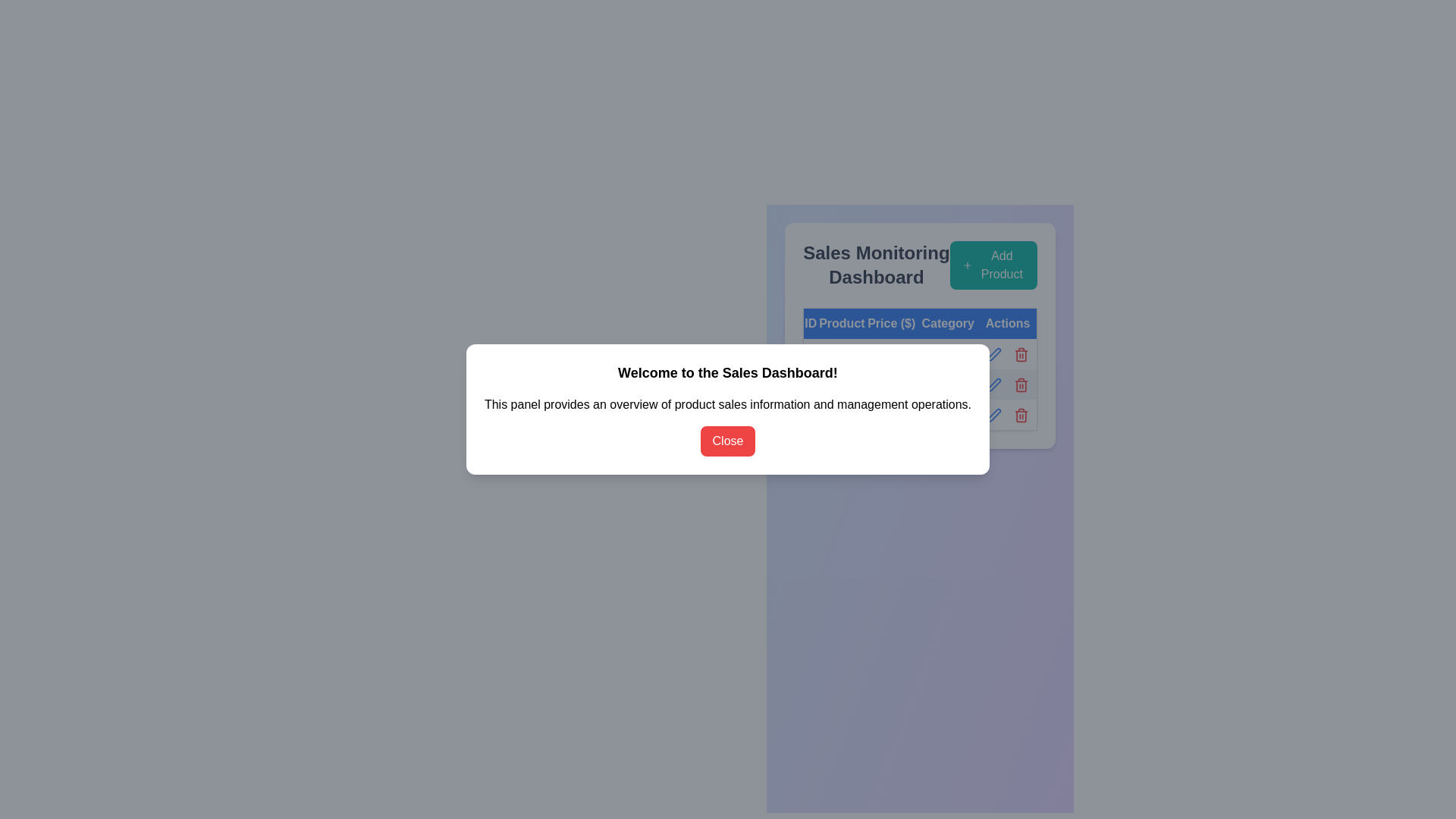  Describe the element at coordinates (993, 265) in the screenshot. I see `the 'Add New Product' button located in the top-right section of the 'Sales Monitoring Dashboard'` at that location.